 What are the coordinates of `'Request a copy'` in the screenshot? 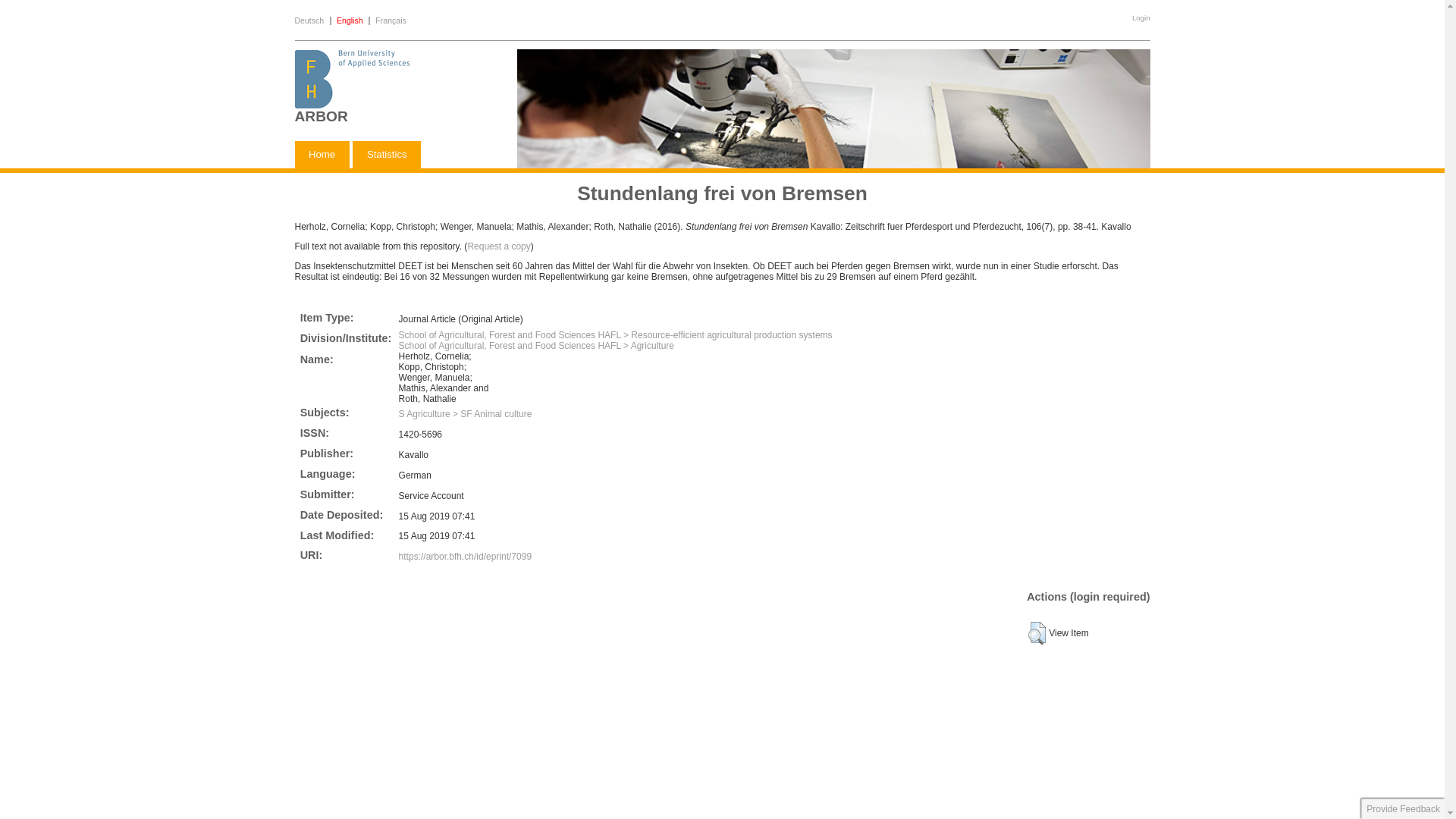 It's located at (498, 245).